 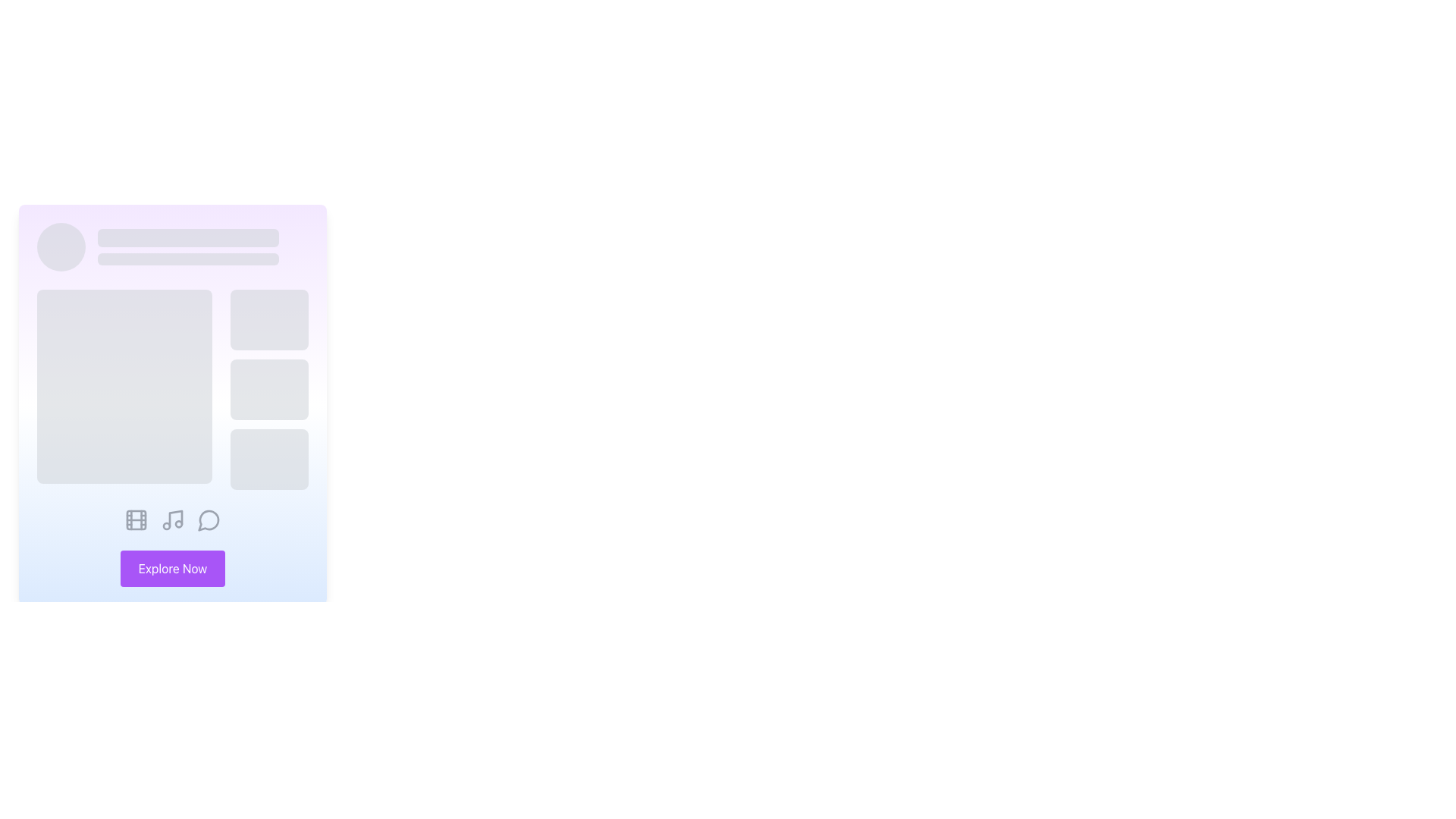 What do you see at coordinates (269, 388) in the screenshot?
I see `the second Placeholder element with rounded corners and a gray background, located in a vertical stack on the right side of the interface` at bounding box center [269, 388].